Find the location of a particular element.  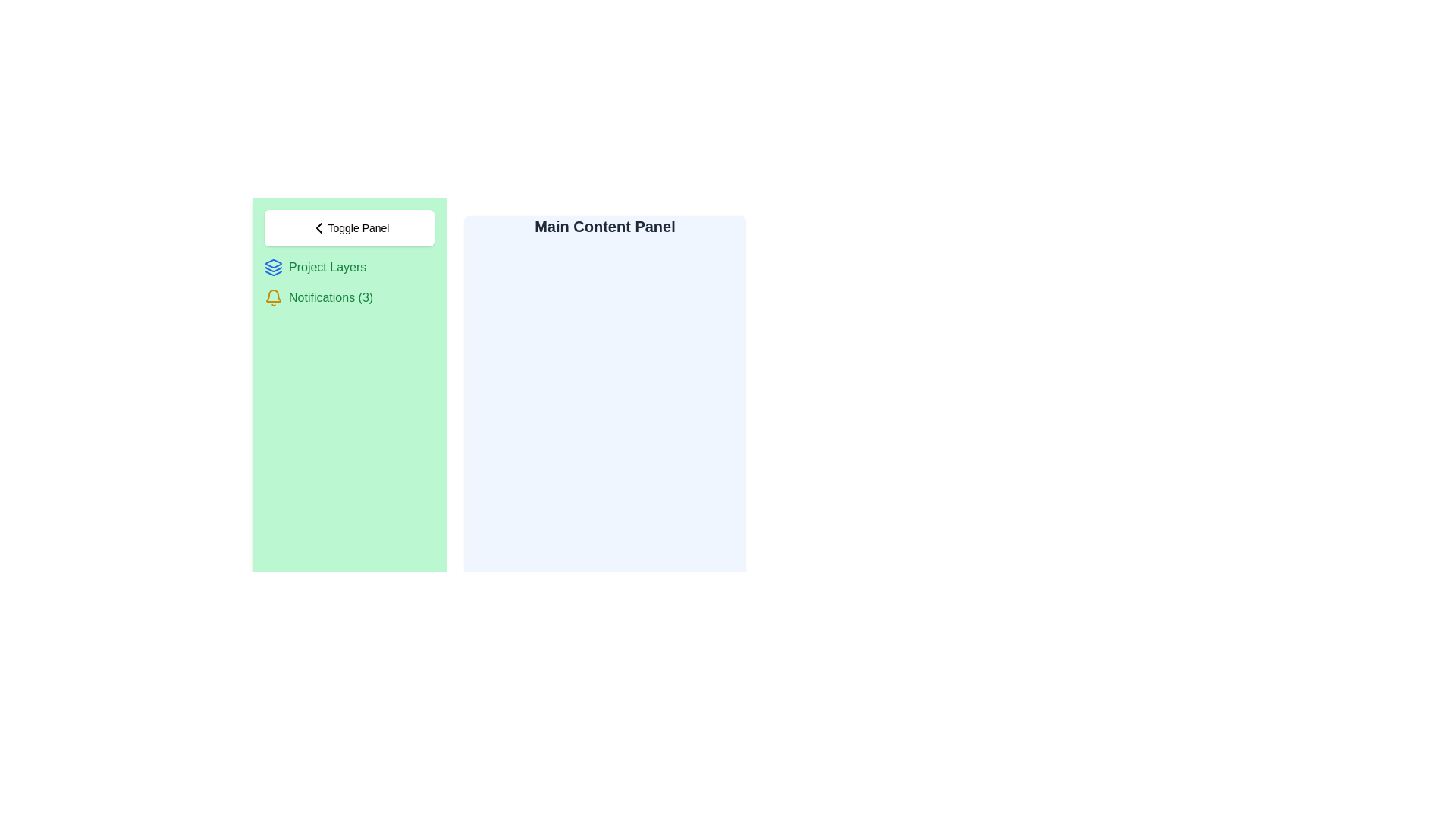

the left-facing chevron icon within the 'Toggle Panel' button is located at coordinates (318, 227).